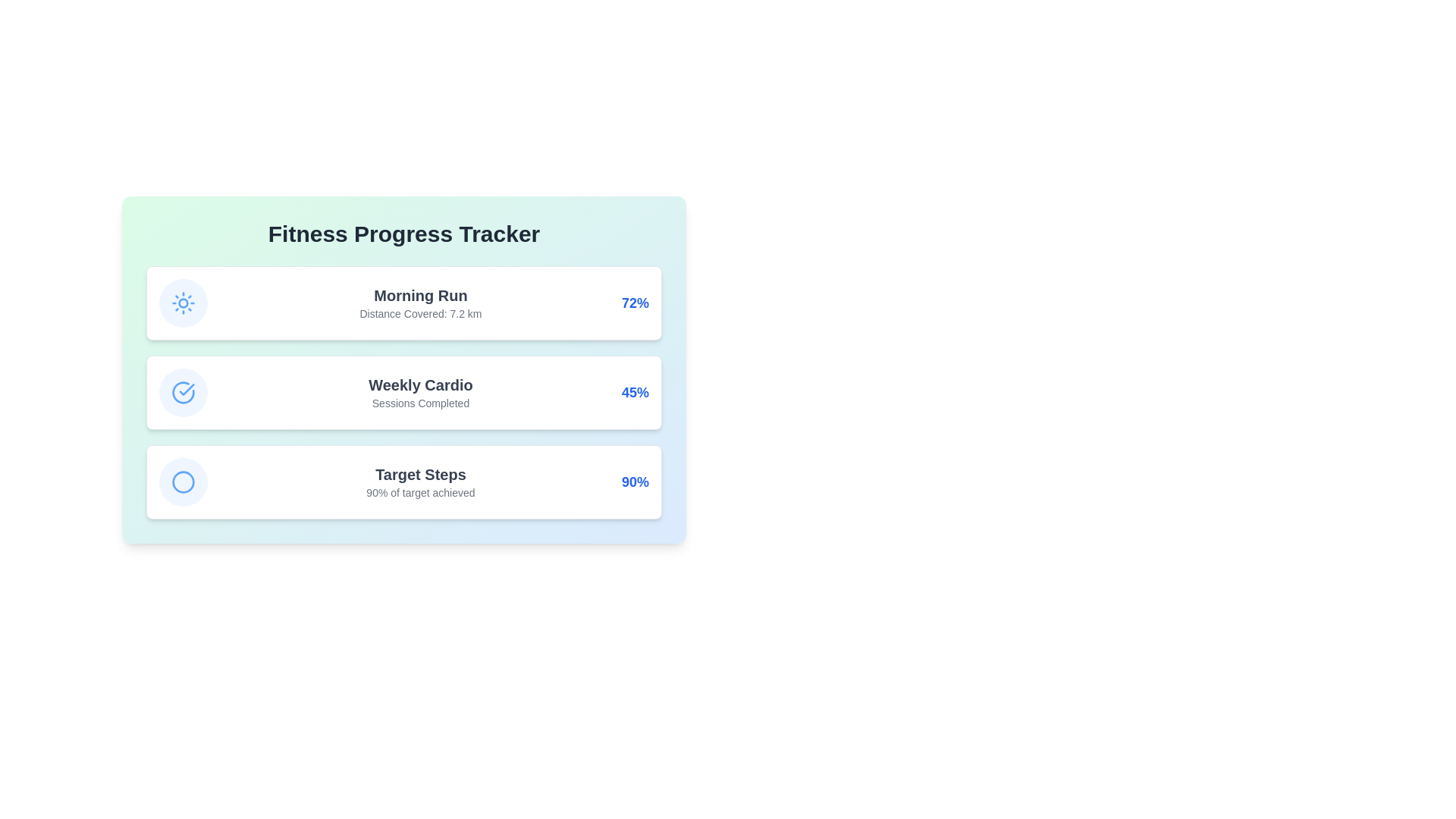  I want to click on the circular icon with a blue border that is the third icon in the vertical list, located next to the label 'Target Steps', so click(182, 482).